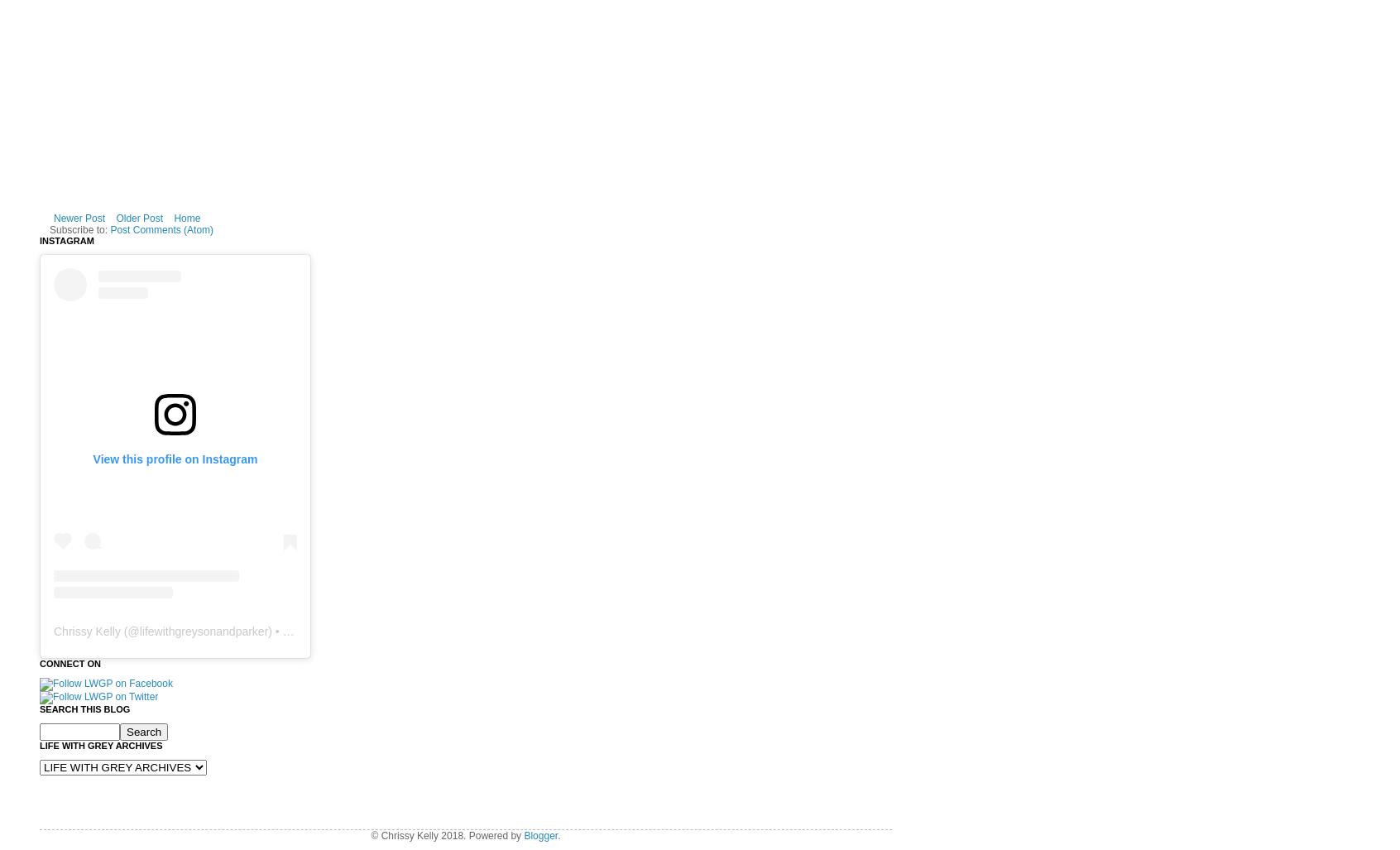 Image resolution: width=1400 pixels, height=850 pixels. I want to click on 'LIFE WITH GREY ARCHIVES', so click(39, 743).